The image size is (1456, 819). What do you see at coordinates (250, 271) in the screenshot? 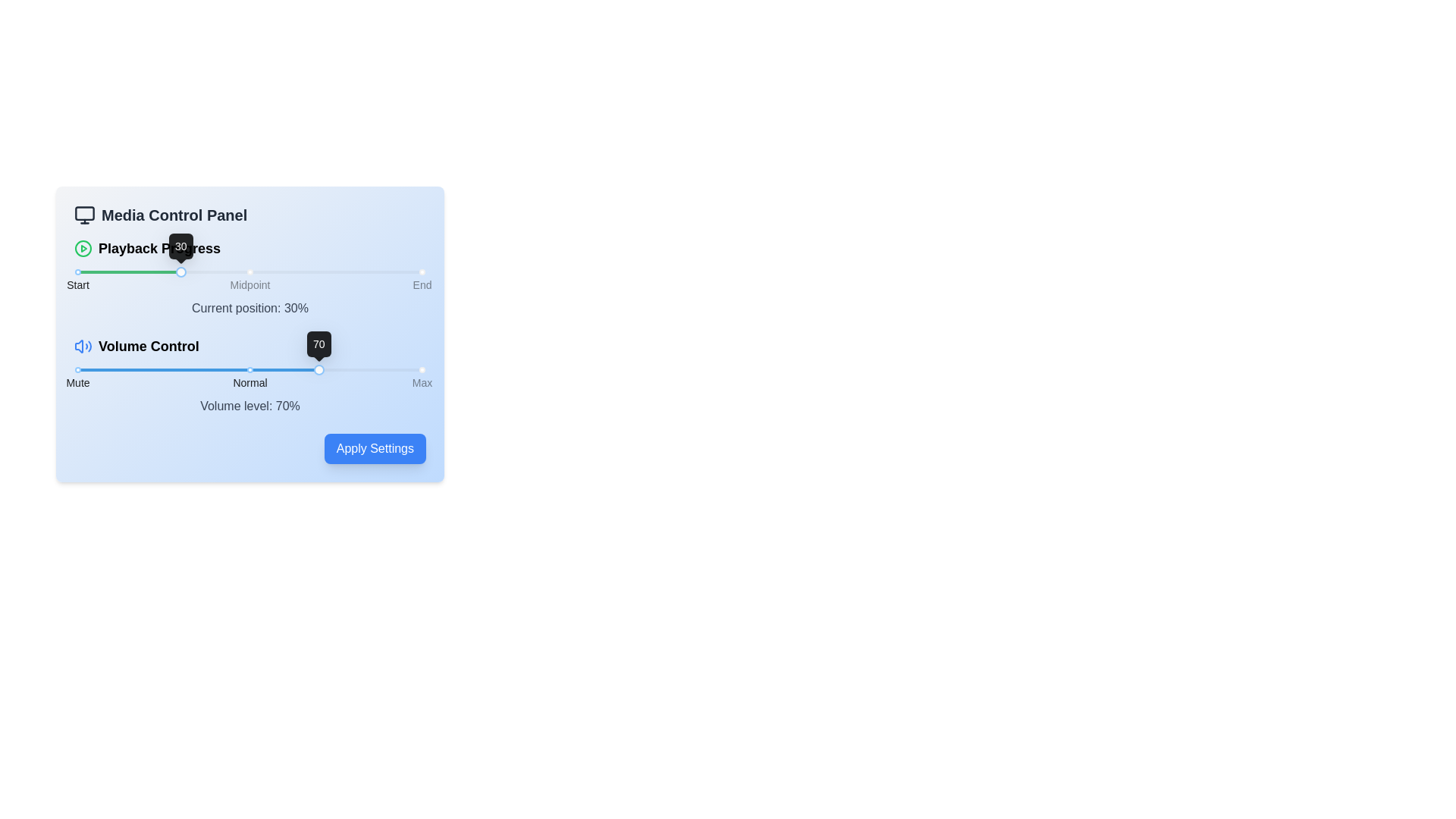
I see `the horizontal slider rail of the 'Playback Progress' component, which is visually styled in red and serves as the track for the slider handle` at bounding box center [250, 271].